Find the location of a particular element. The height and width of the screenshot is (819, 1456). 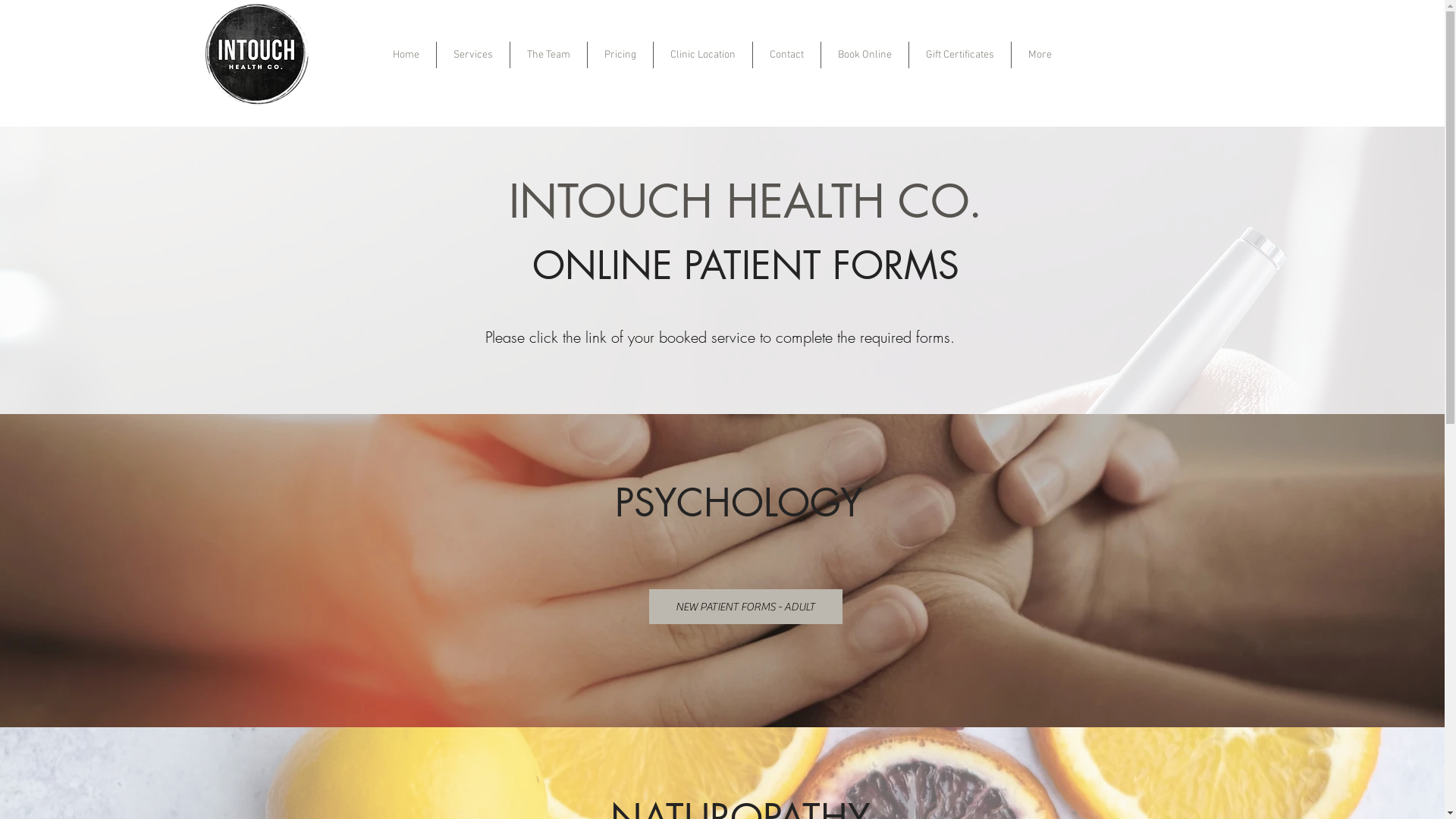

'NEW PATIENT FORMS - ADULT' is located at coordinates (745, 605).